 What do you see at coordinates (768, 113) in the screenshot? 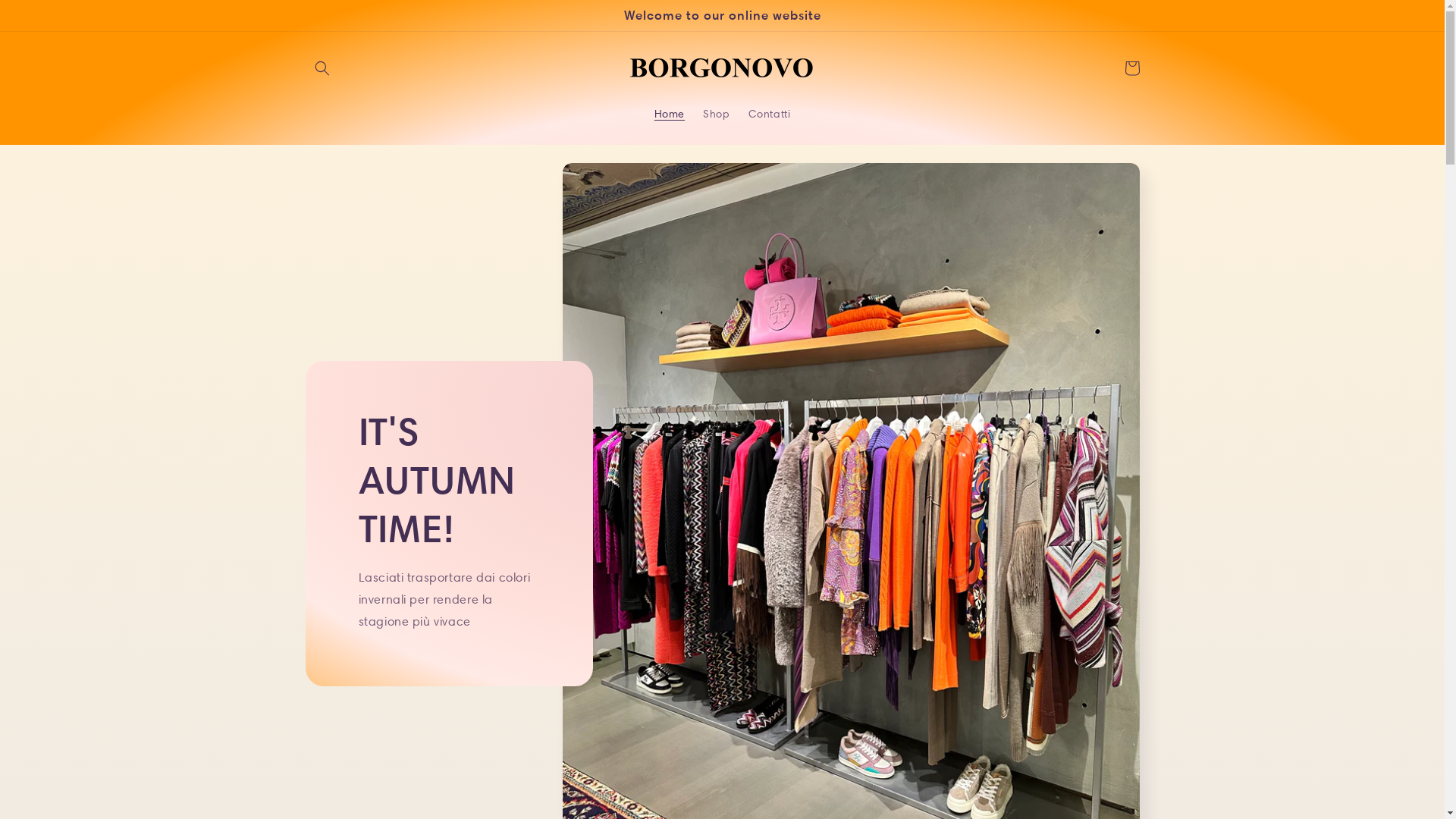
I see `'Contatti'` at bounding box center [768, 113].